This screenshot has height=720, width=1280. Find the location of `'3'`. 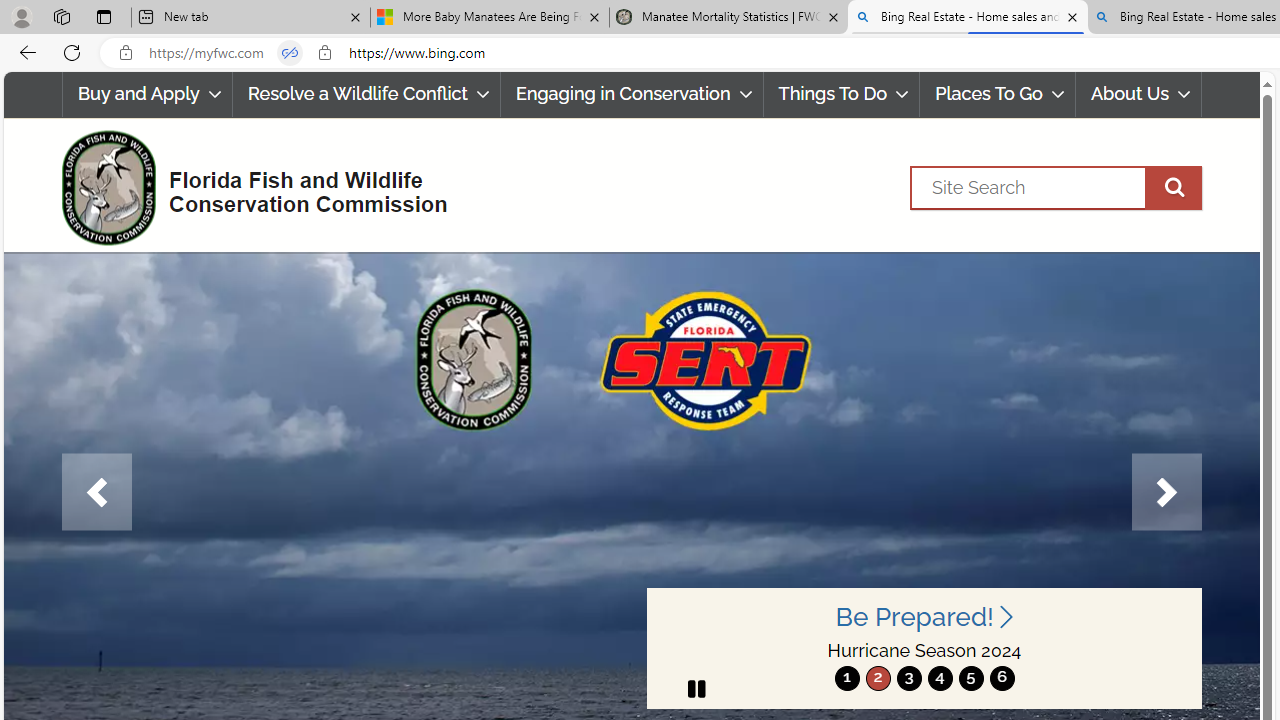

'3' is located at coordinates (907, 677).